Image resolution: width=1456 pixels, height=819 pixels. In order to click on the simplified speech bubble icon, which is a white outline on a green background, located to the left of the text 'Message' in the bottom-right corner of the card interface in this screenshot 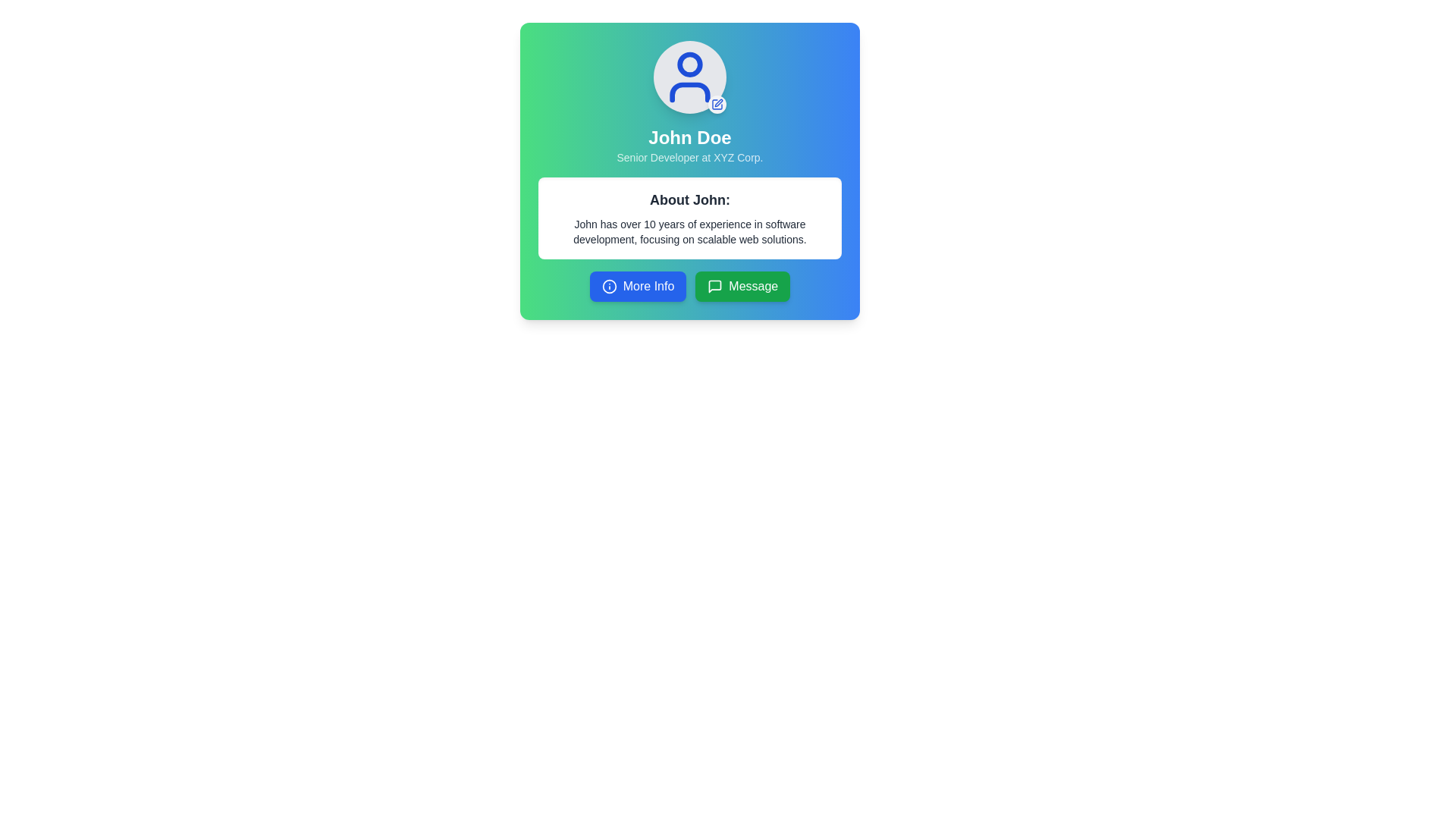, I will do `click(714, 287)`.